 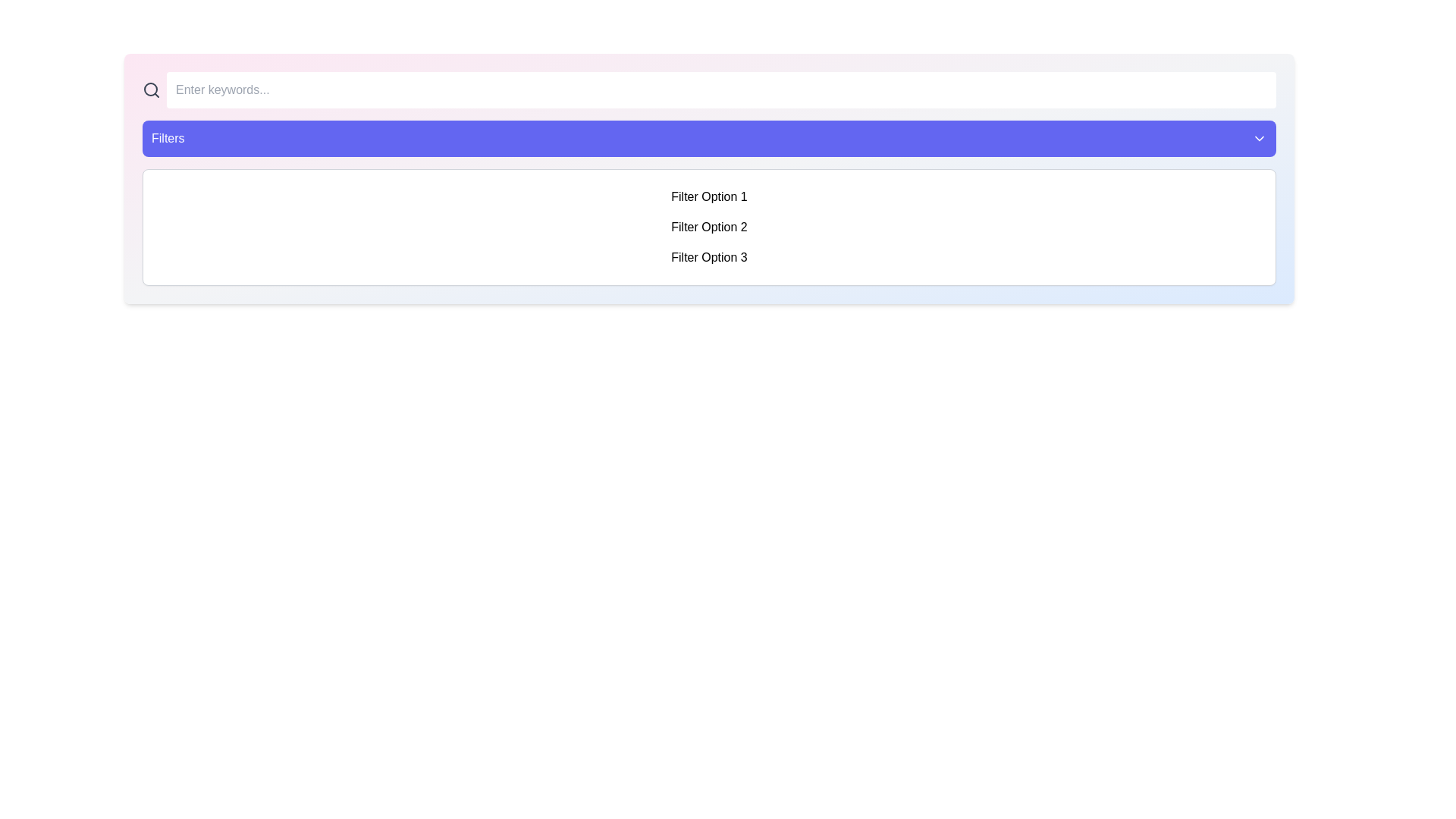 I want to click on the third selectable list item labeled 'Filter Option 3', so click(x=708, y=256).